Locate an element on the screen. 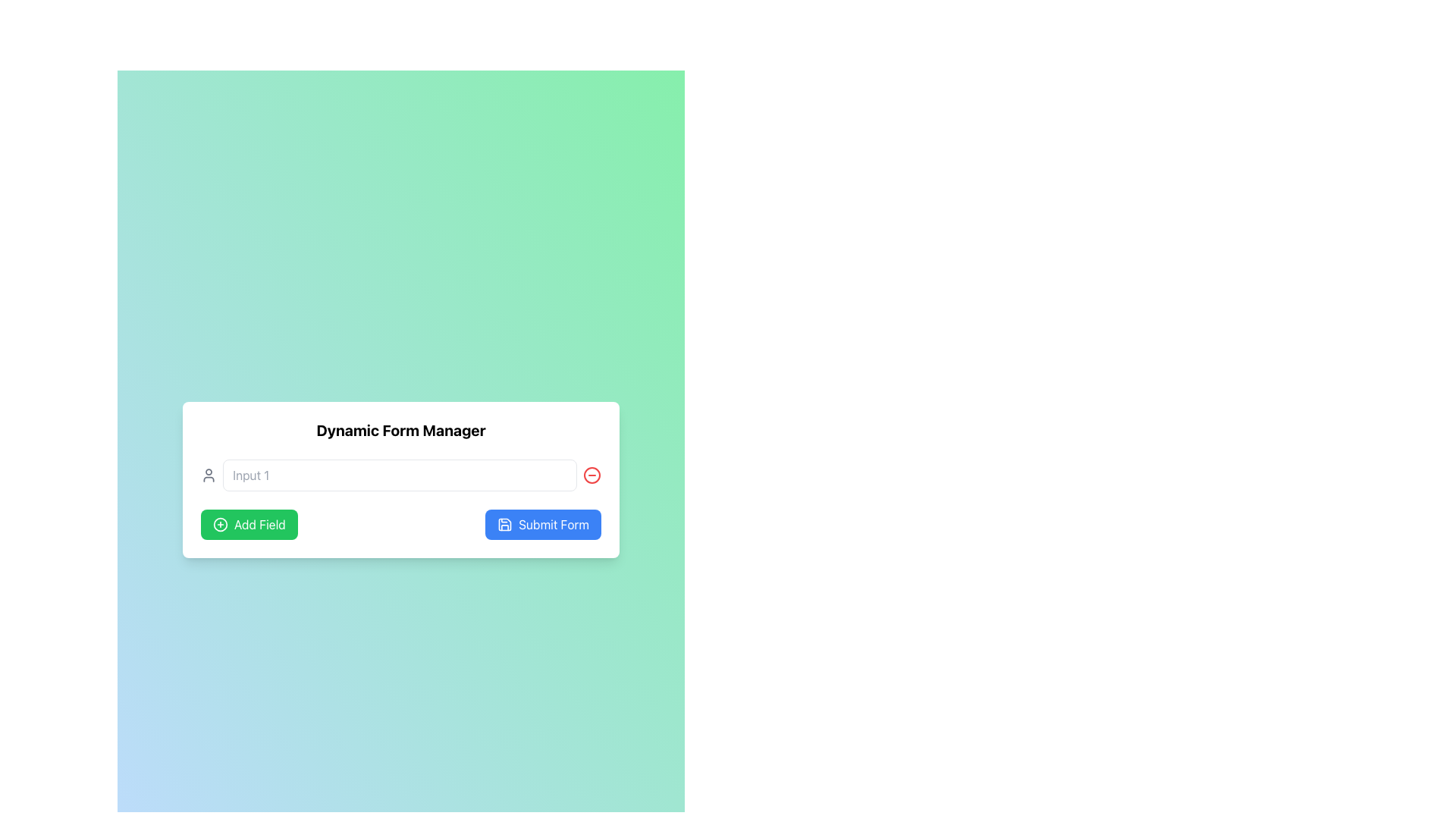  the save icon located to the left of the 'Submit Form' text within the rounded blue button at the bottom right corner of the form interface is located at coordinates (505, 523).